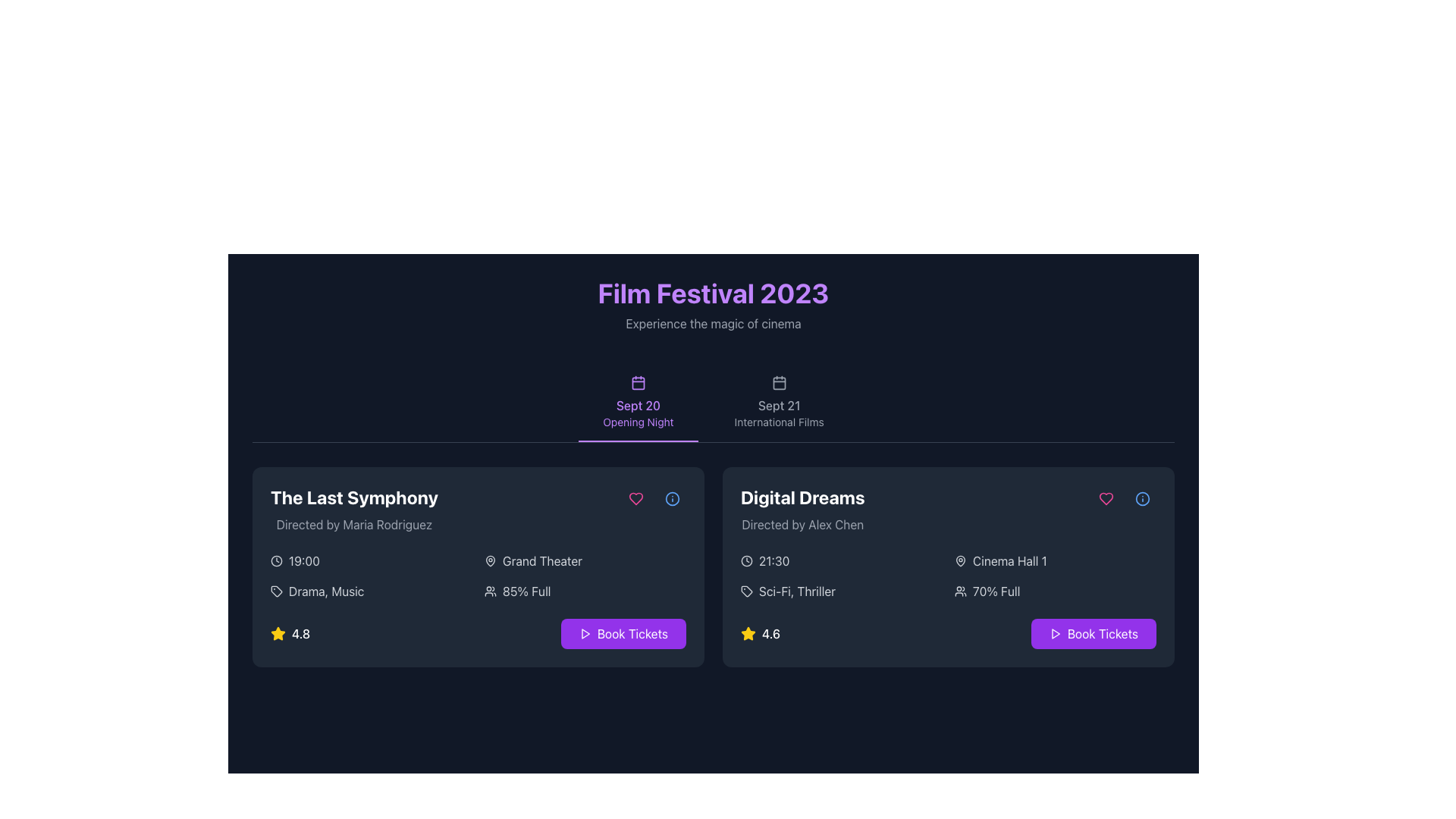 This screenshot has width=1456, height=819. What do you see at coordinates (585, 590) in the screenshot?
I see `the occupancy status element for the event 'The Last Symphony' located in the lower-left section of its card, which indicates that it is currently 85% full` at bounding box center [585, 590].